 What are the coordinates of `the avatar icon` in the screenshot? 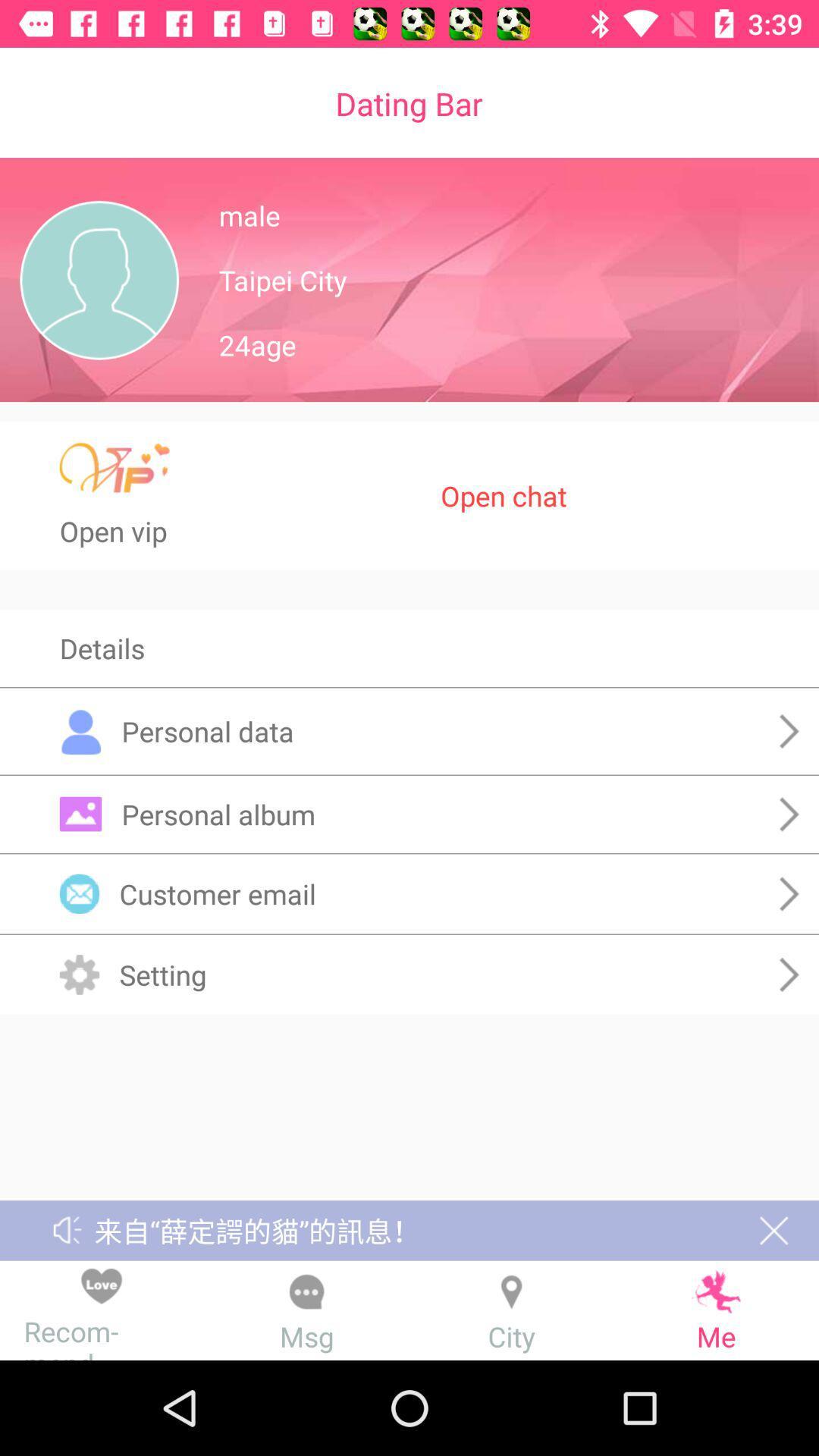 It's located at (99, 280).